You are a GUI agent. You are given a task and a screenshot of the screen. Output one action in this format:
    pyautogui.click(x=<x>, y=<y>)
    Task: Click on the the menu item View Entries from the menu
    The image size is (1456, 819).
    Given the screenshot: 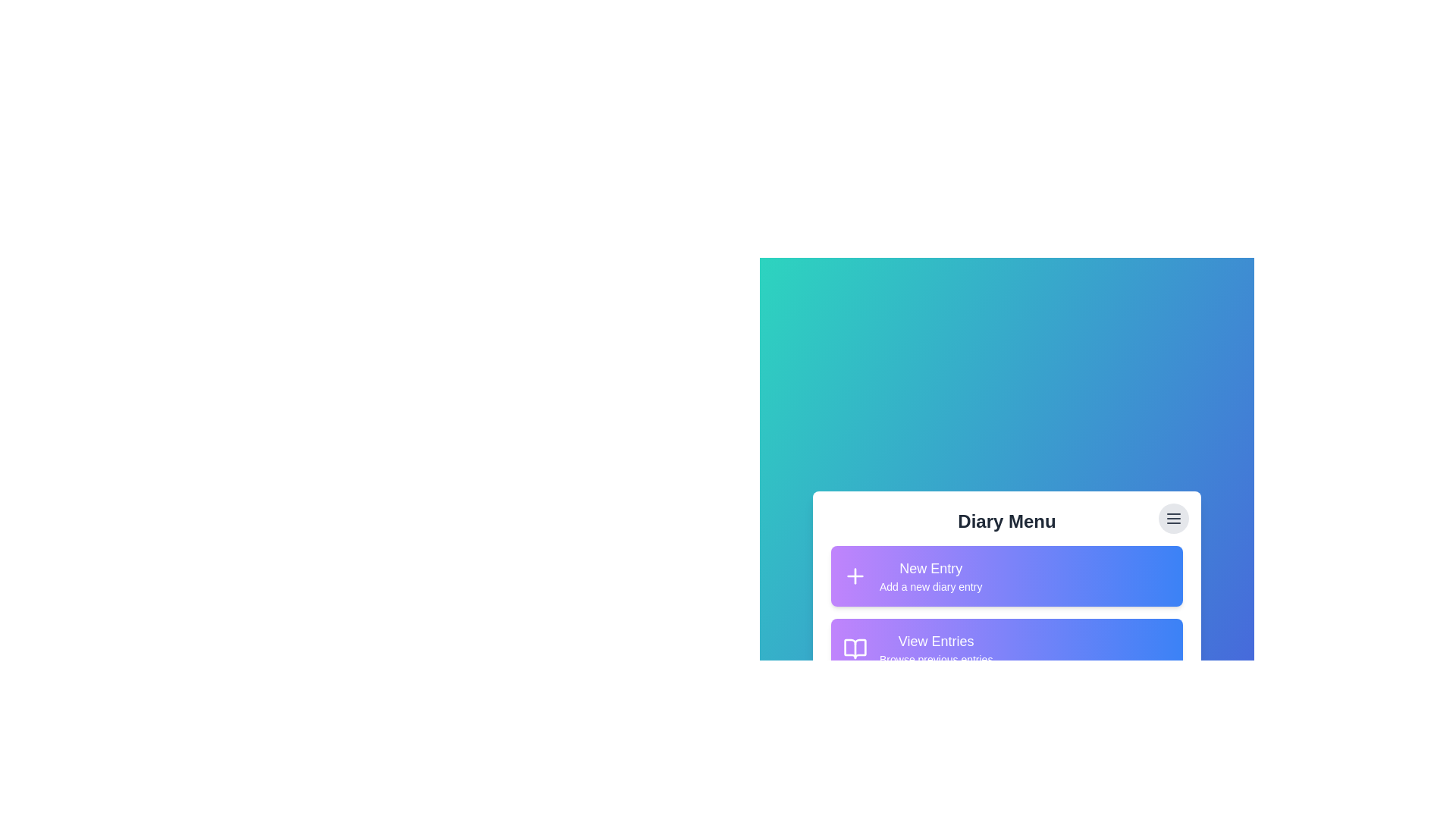 What is the action you would take?
    pyautogui.click(x=1007, y=648)
    